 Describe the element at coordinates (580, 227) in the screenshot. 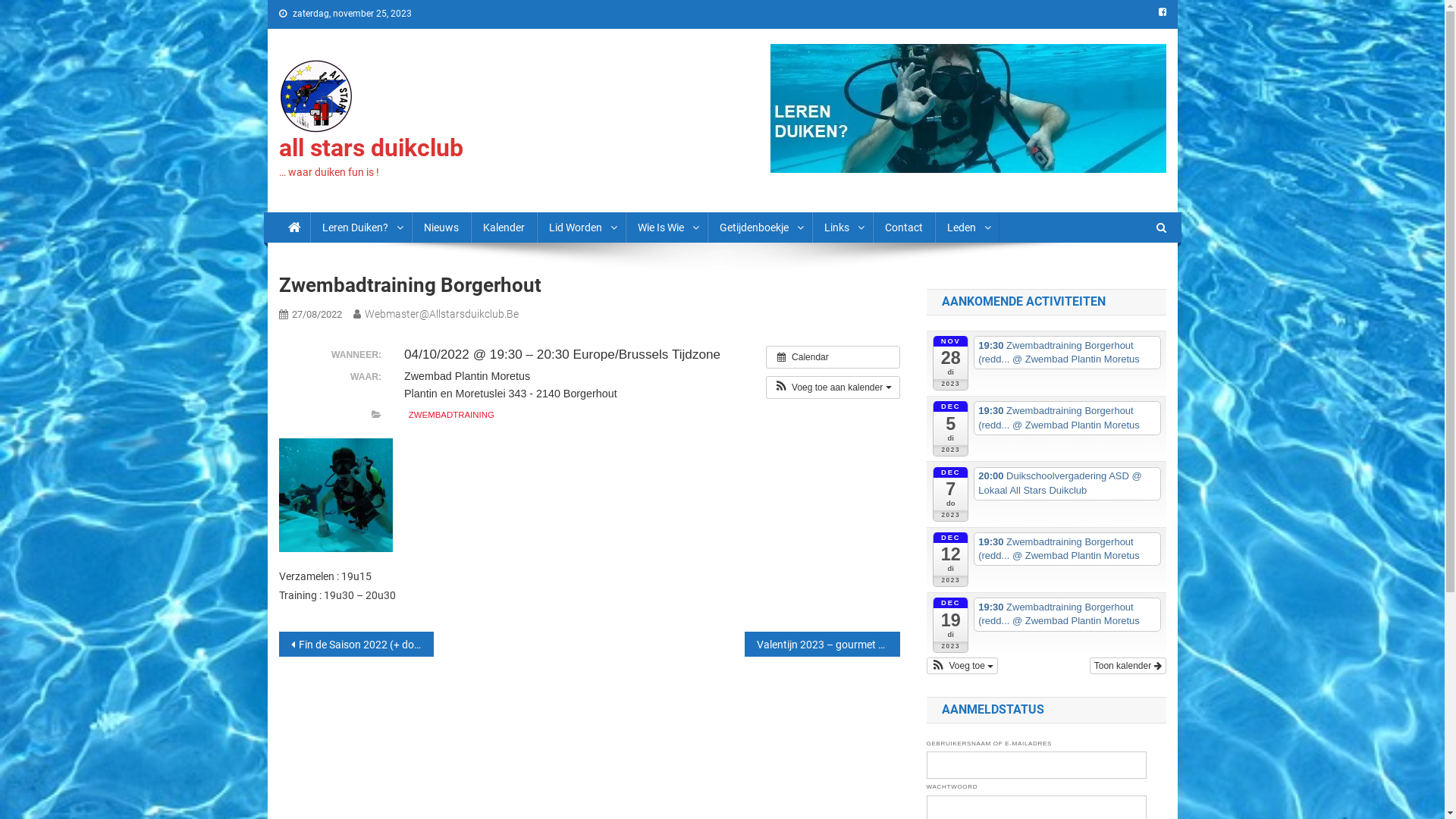

I see `'Lid Worden'` at that location.